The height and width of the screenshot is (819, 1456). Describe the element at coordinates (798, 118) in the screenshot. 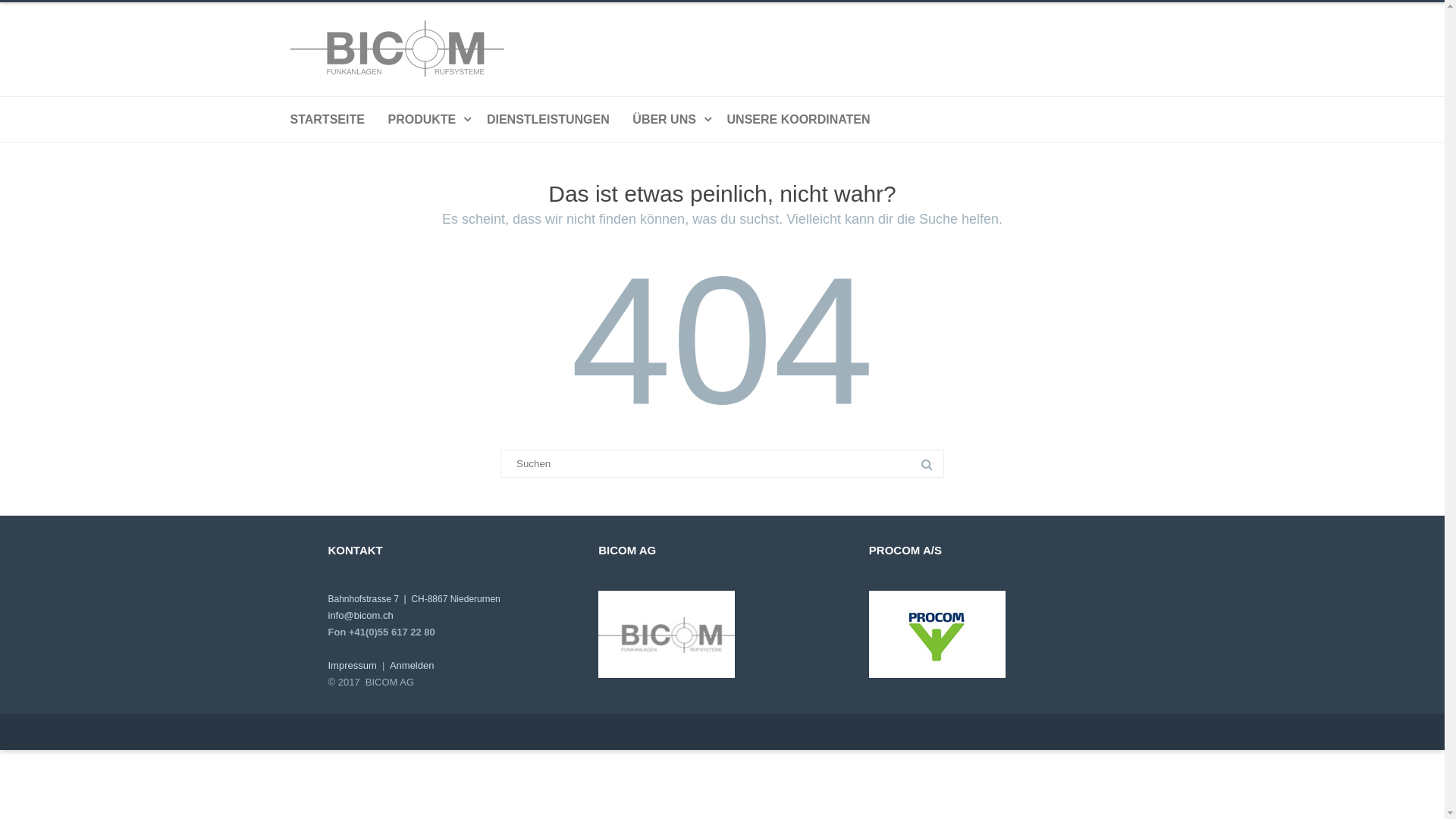

I see `'UNSERE KOORDINATEN'` at that location.